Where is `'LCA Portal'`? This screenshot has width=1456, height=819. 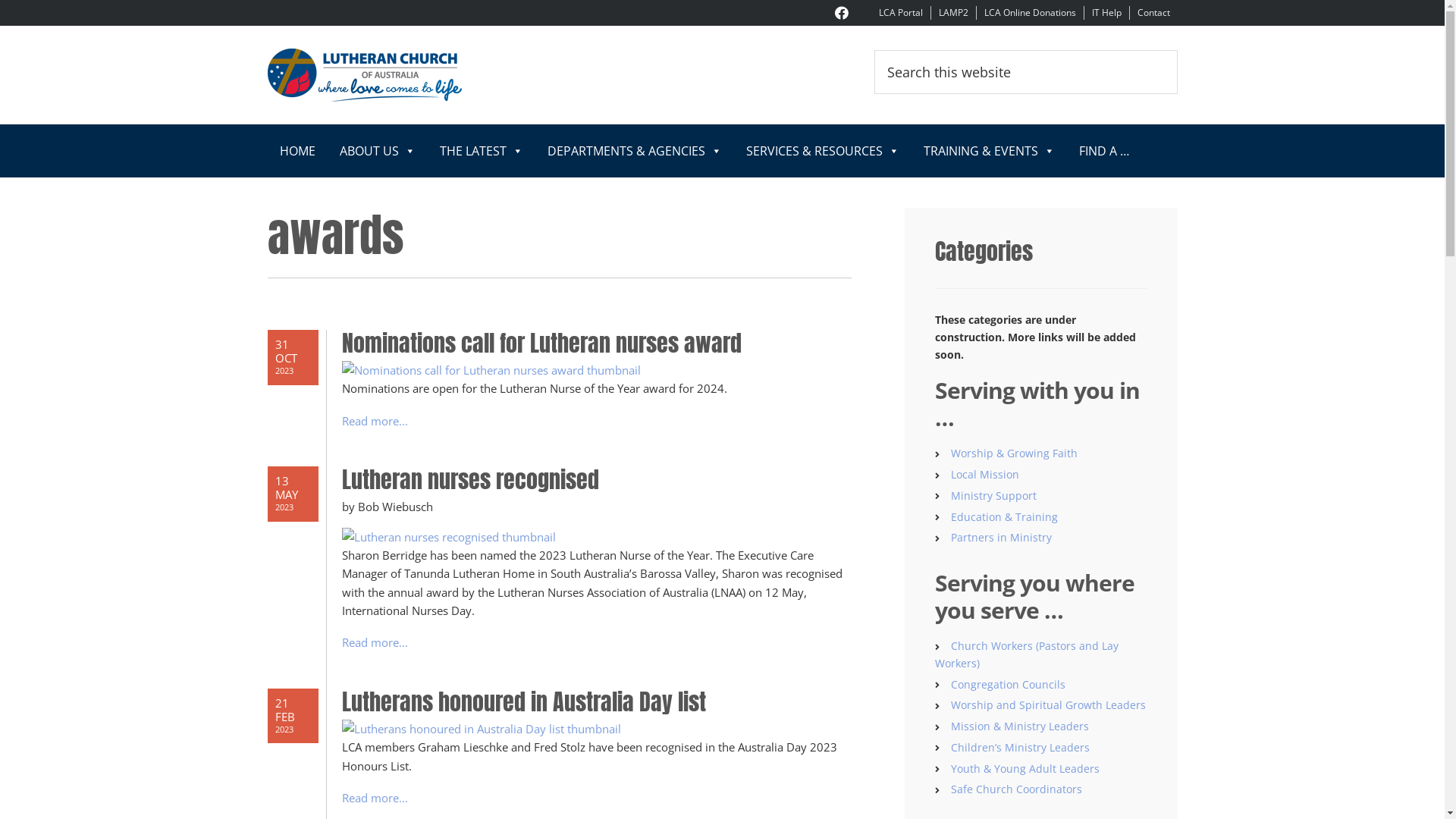 'LCA Portal' is located at coordinates (877, 12).